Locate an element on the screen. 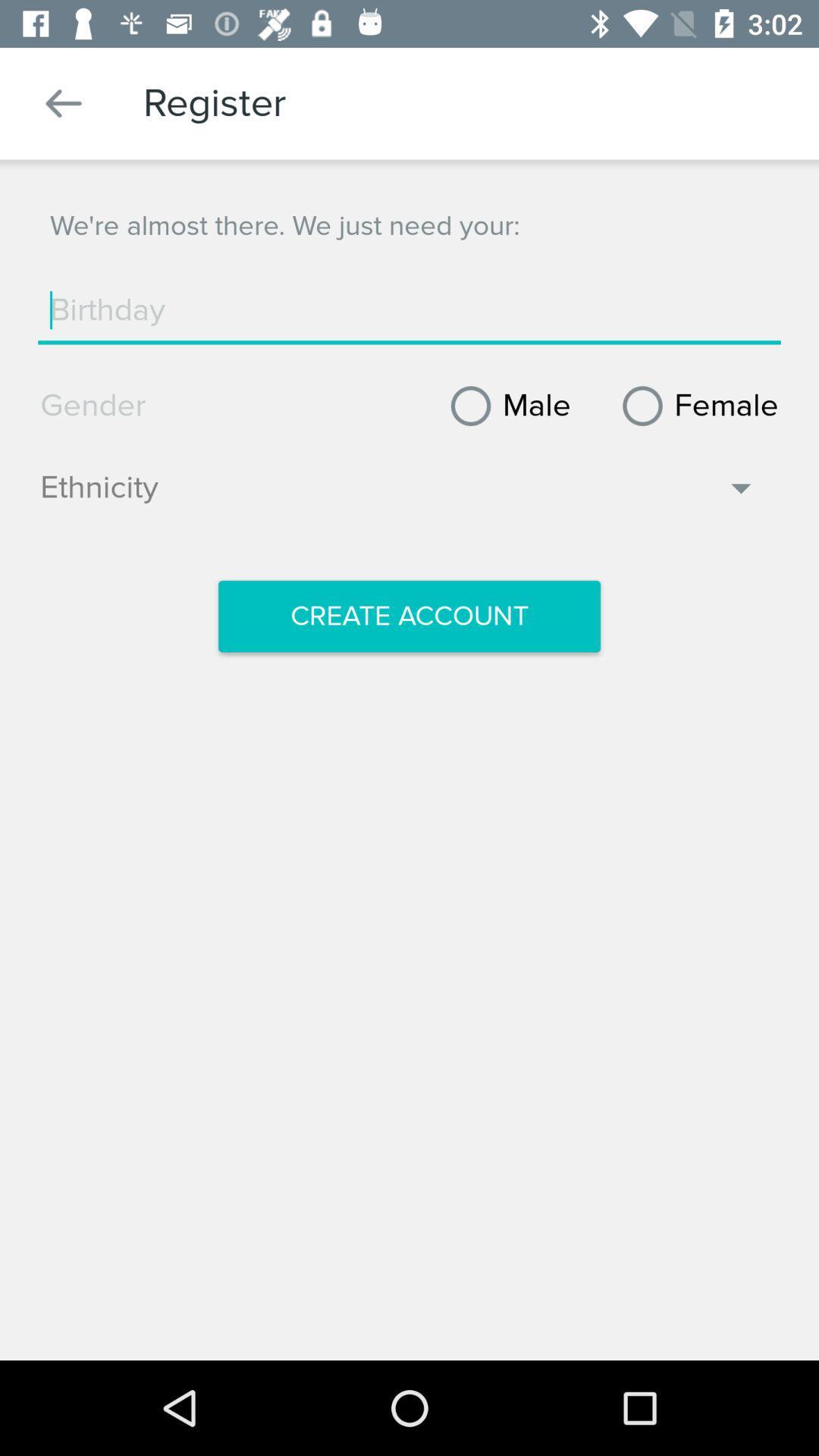 The width and height of the screenshot is (819, 1456). create account icon is located at coordinates (409, 616).